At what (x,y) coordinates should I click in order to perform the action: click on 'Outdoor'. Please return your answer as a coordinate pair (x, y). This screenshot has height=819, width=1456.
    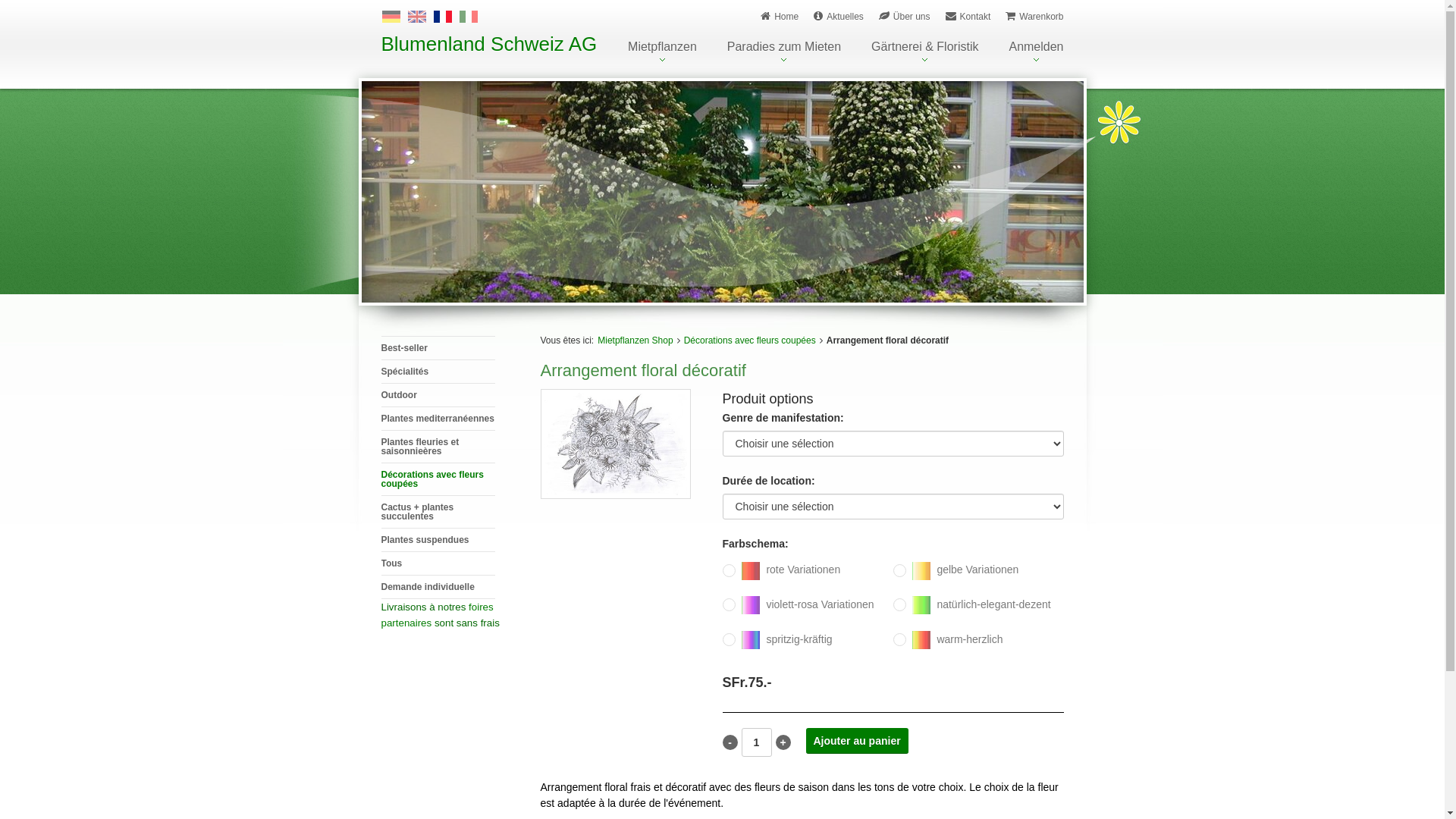
    Looking at the image, I should click on (381, 394).